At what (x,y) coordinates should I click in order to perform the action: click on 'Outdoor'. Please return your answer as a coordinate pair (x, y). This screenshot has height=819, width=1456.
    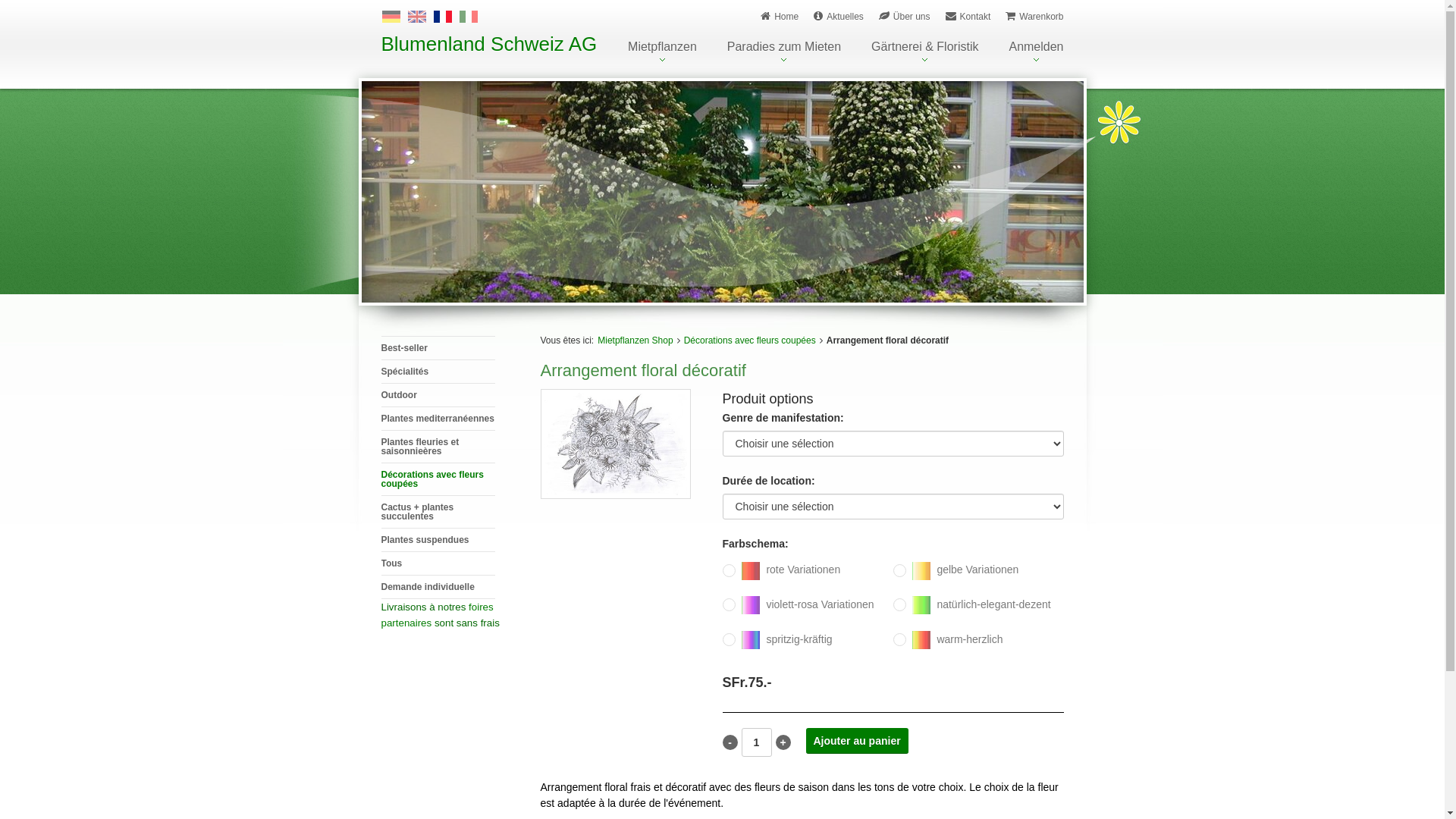
    Looking at the image, I should click on (381, 394).